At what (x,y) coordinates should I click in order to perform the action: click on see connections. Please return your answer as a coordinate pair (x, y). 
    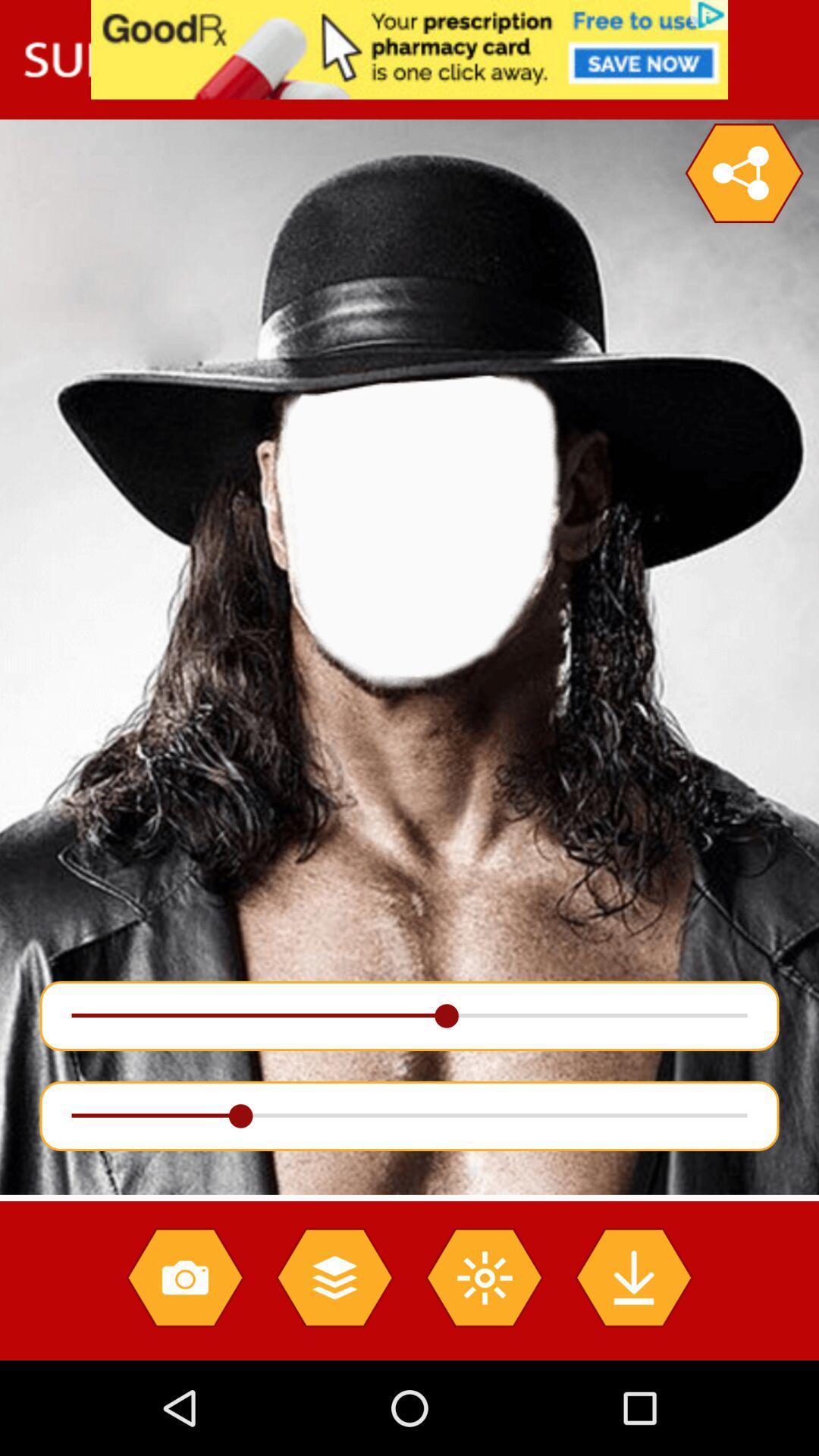
    Looking at the image, I should click on (743, 173).